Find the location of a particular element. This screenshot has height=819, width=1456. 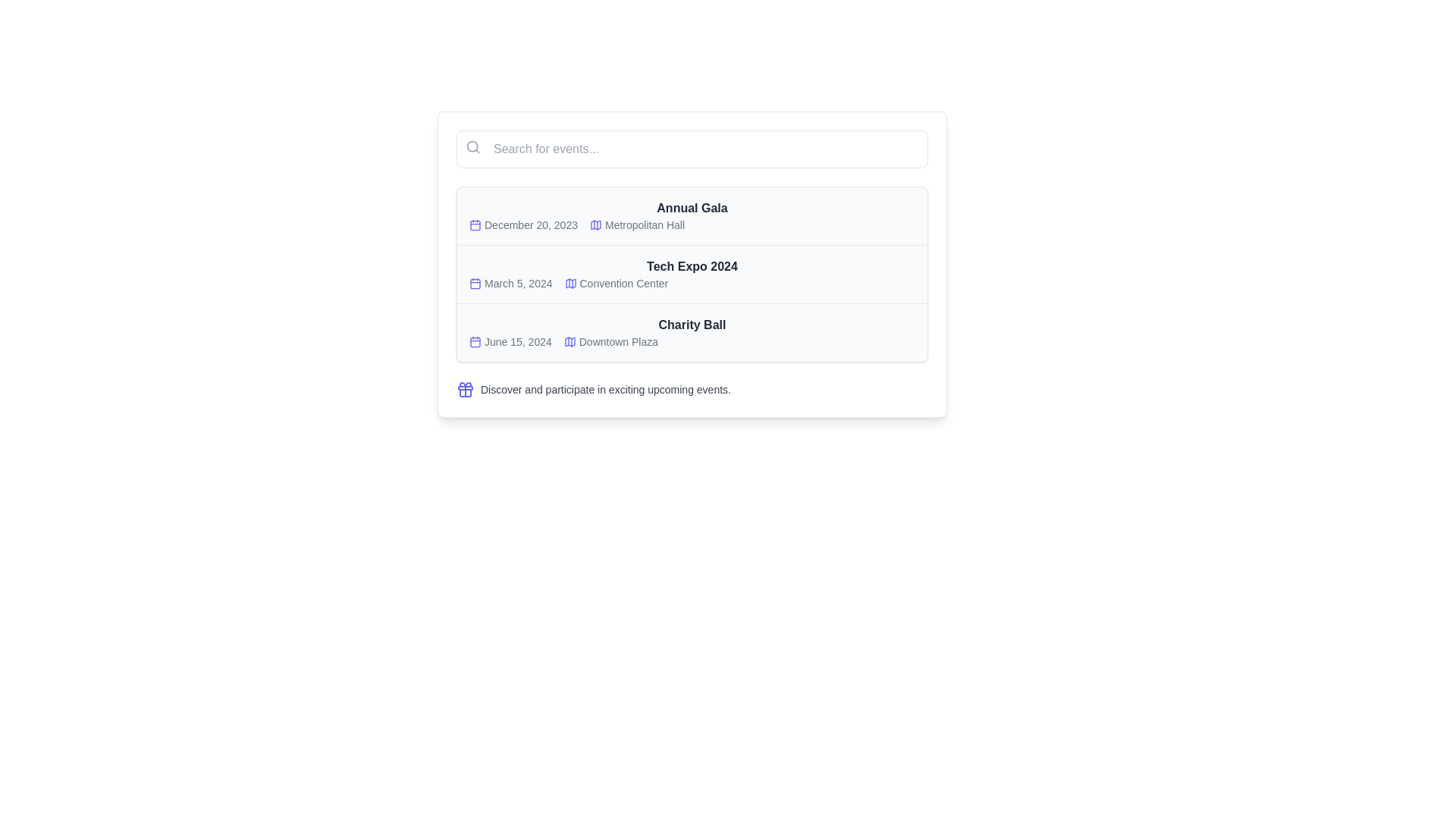

date information displayed in the Date display element, which shows 'December 20, 2023' next to a blue calendar icon is located at coordinates (523, 225).